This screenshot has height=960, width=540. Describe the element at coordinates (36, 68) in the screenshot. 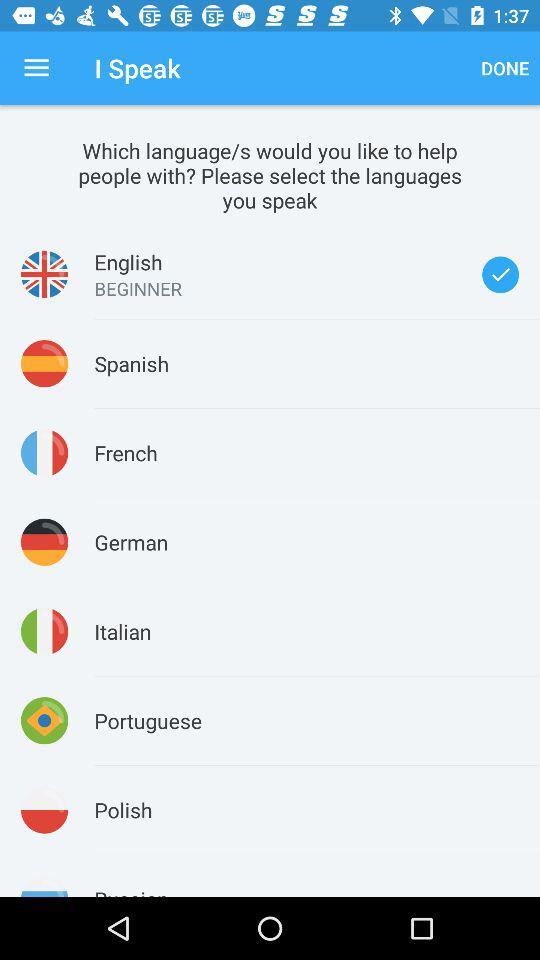

I see `the item to the left of the i speak` at that location.